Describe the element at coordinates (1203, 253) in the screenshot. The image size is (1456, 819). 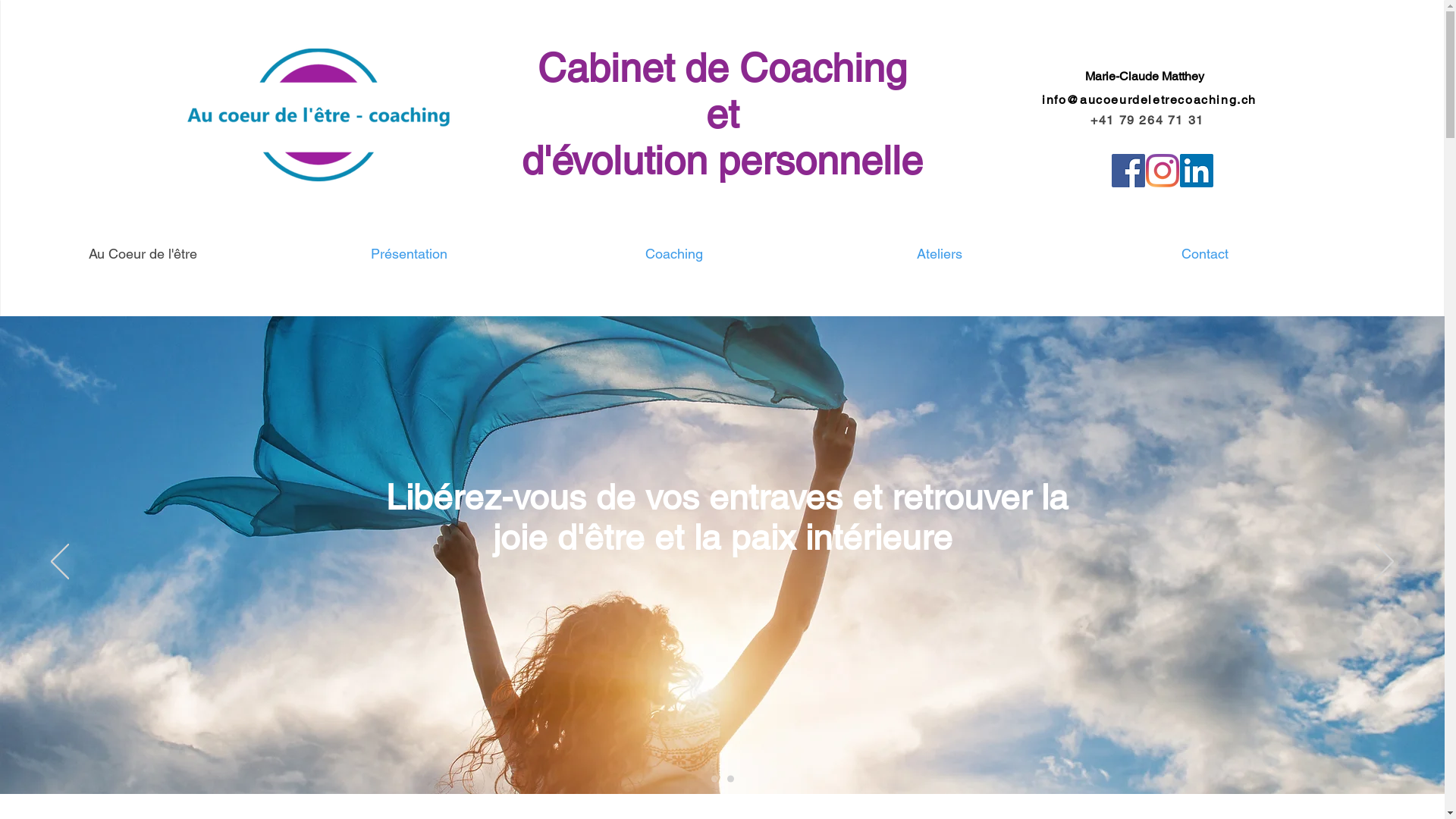
I see `'Contact'` at that location.